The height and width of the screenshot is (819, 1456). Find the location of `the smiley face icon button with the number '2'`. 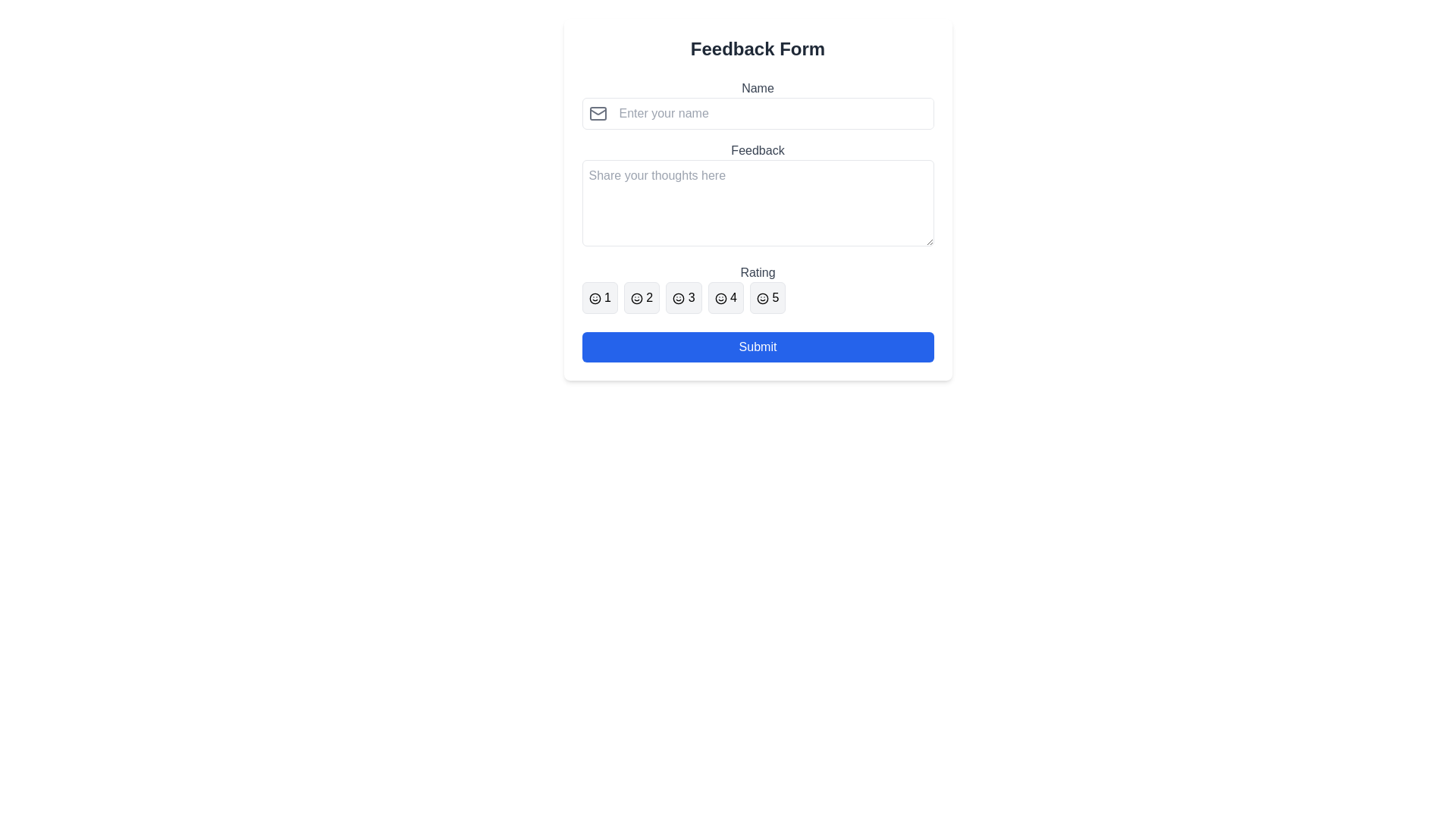

the smiley face icon button with the number '2' is located at coordinates (636, 298).